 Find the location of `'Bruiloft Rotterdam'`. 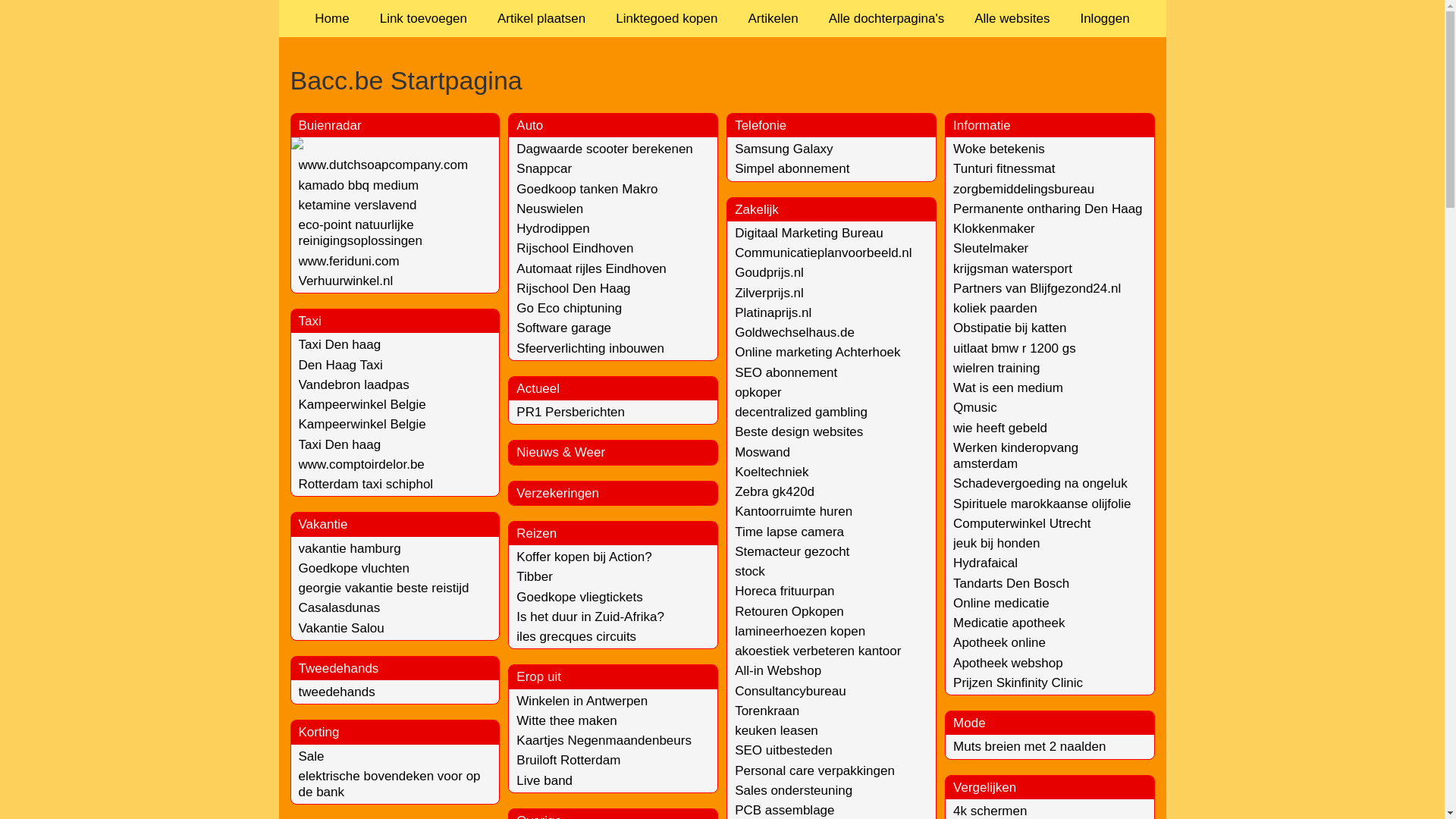

'Bruiloft Rotterdam' is located at coordinates (567, 760).